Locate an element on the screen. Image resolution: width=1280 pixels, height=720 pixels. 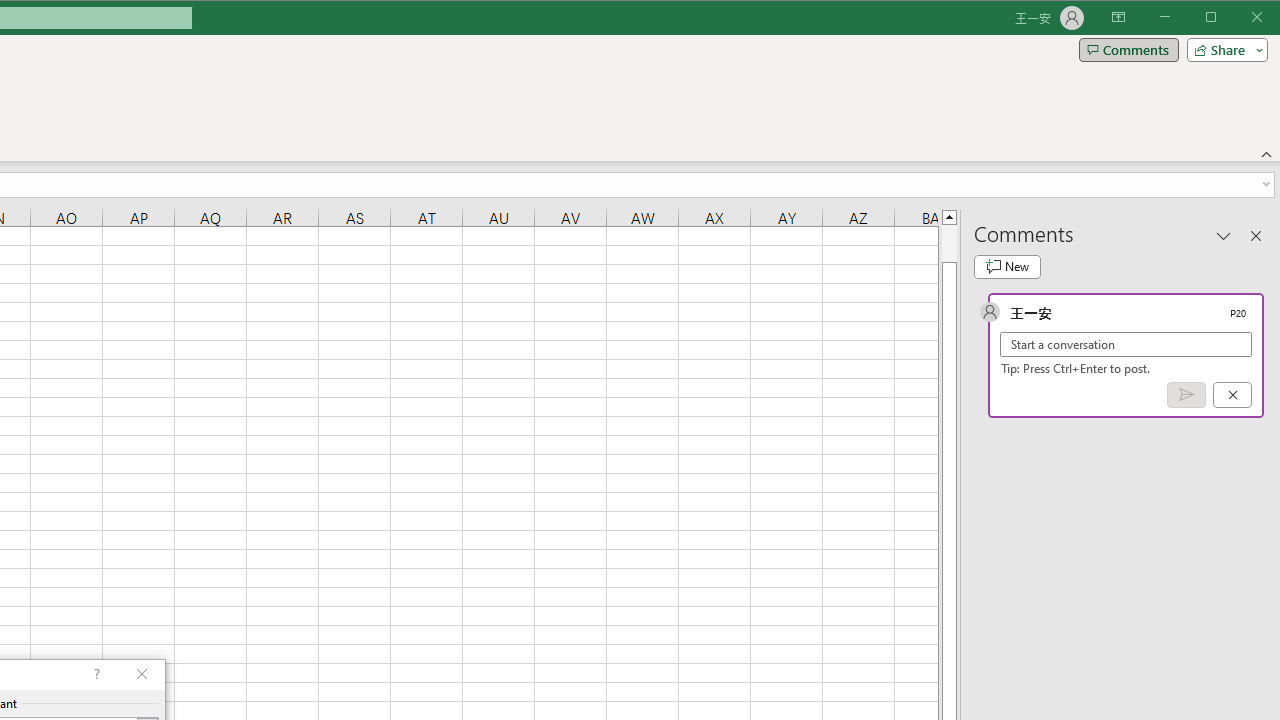
'Ribbon Display Options' is located at coordinates (1117, 18).